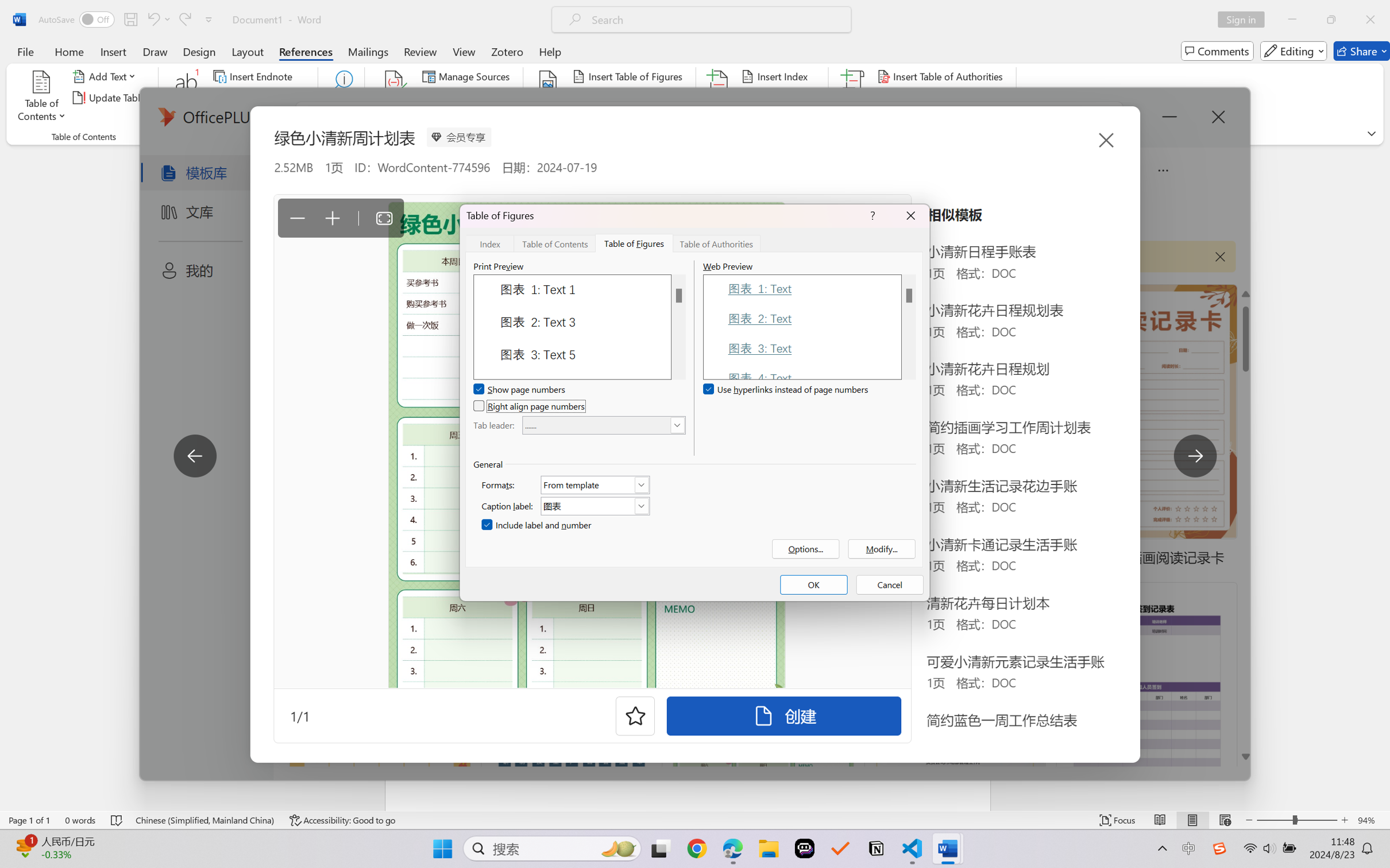 Image resolution: width=1390 pixels, height=868 pixels. I want to click on 'Table of Authorities', so click(716, 242).